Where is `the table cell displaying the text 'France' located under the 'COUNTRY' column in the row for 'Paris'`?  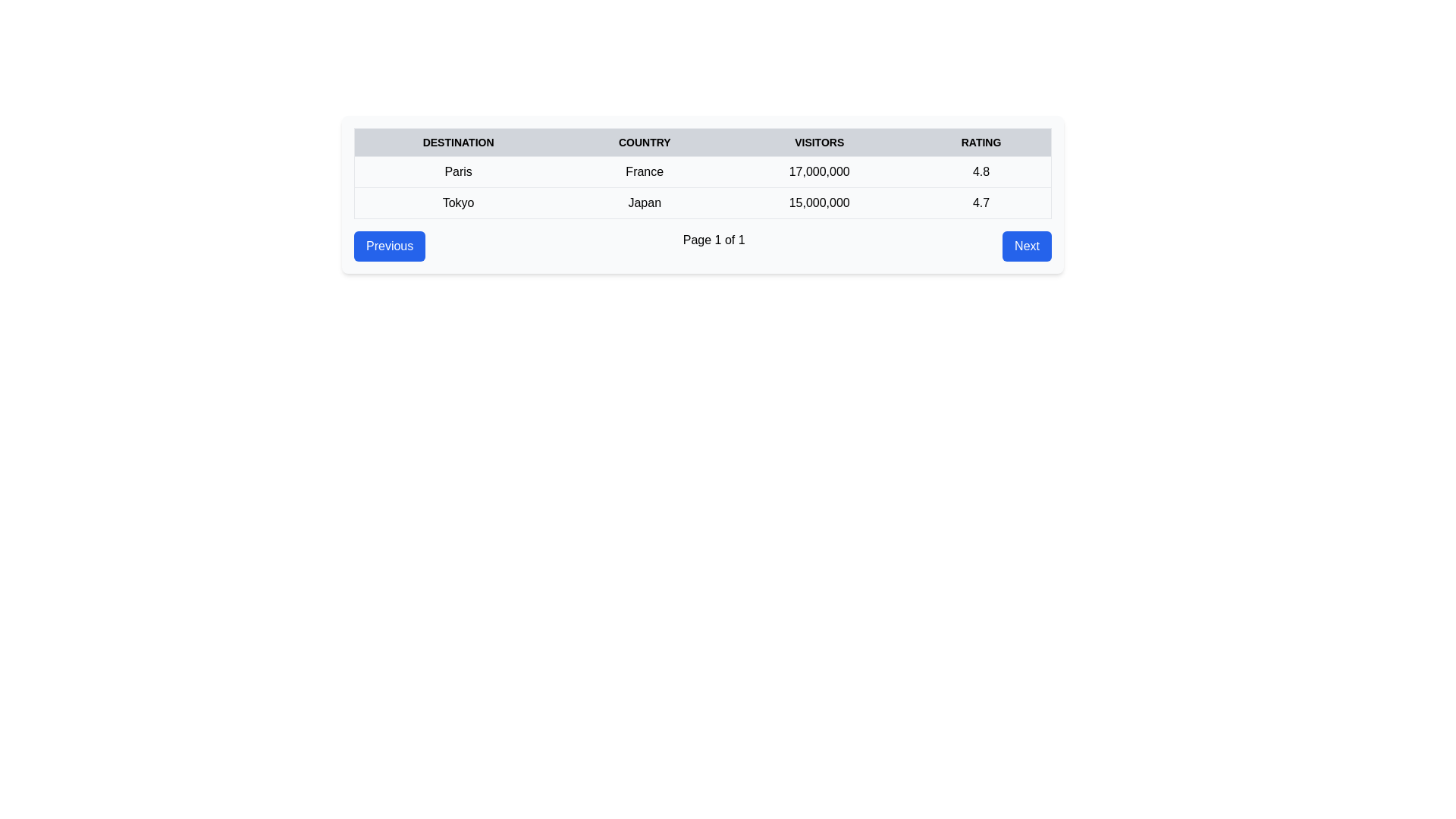 the table cell displaying the text 'France' located under the 'COUNTRY' column in the row for 'Paris' is located at coordinates (645, 171).